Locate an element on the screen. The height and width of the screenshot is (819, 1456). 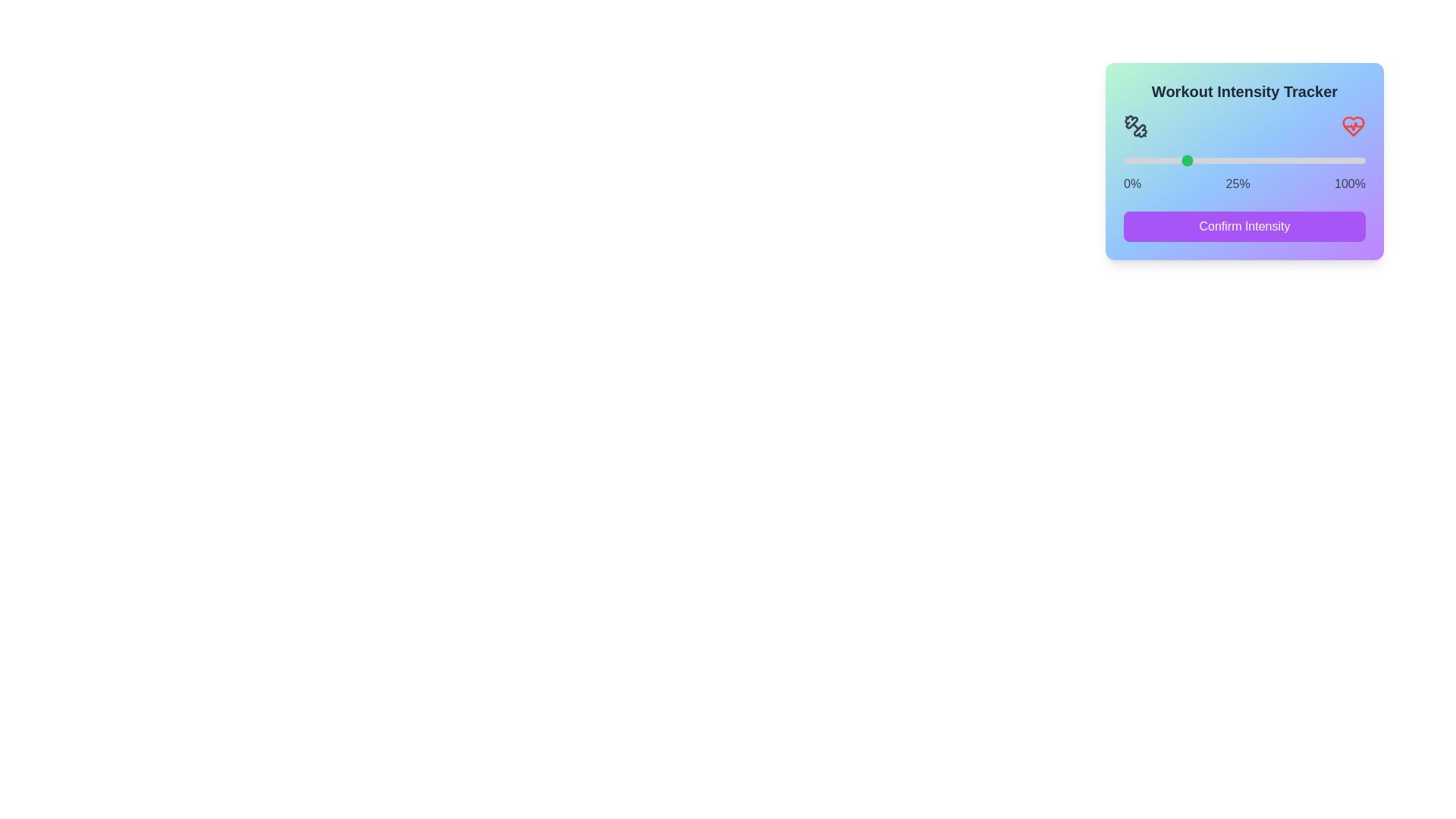
the intensity slider to 18% is located at coordinates (1166, 161).